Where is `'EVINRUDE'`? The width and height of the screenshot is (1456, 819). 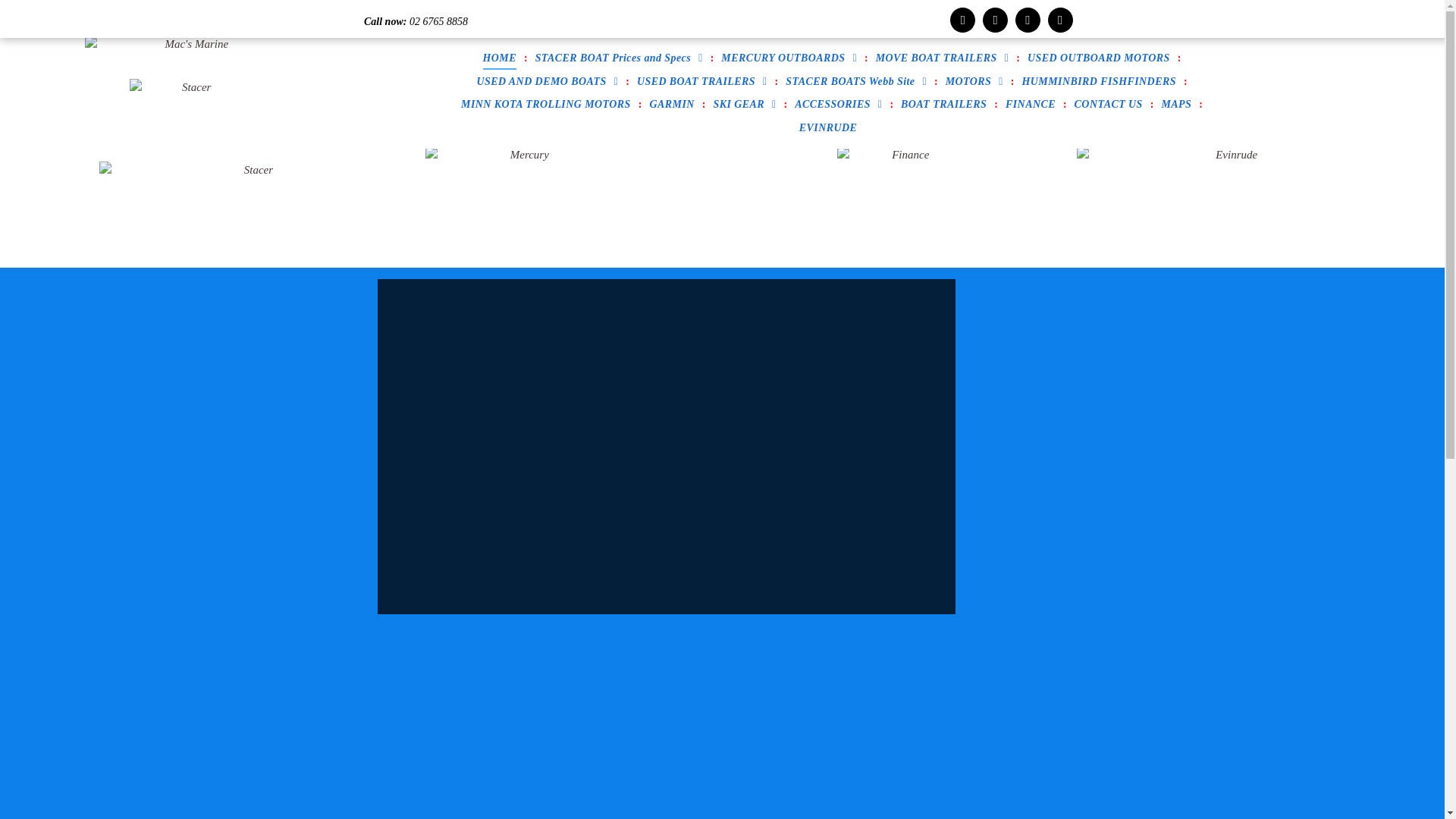
'EVINRUDE' is located at coordinates (827, 127).